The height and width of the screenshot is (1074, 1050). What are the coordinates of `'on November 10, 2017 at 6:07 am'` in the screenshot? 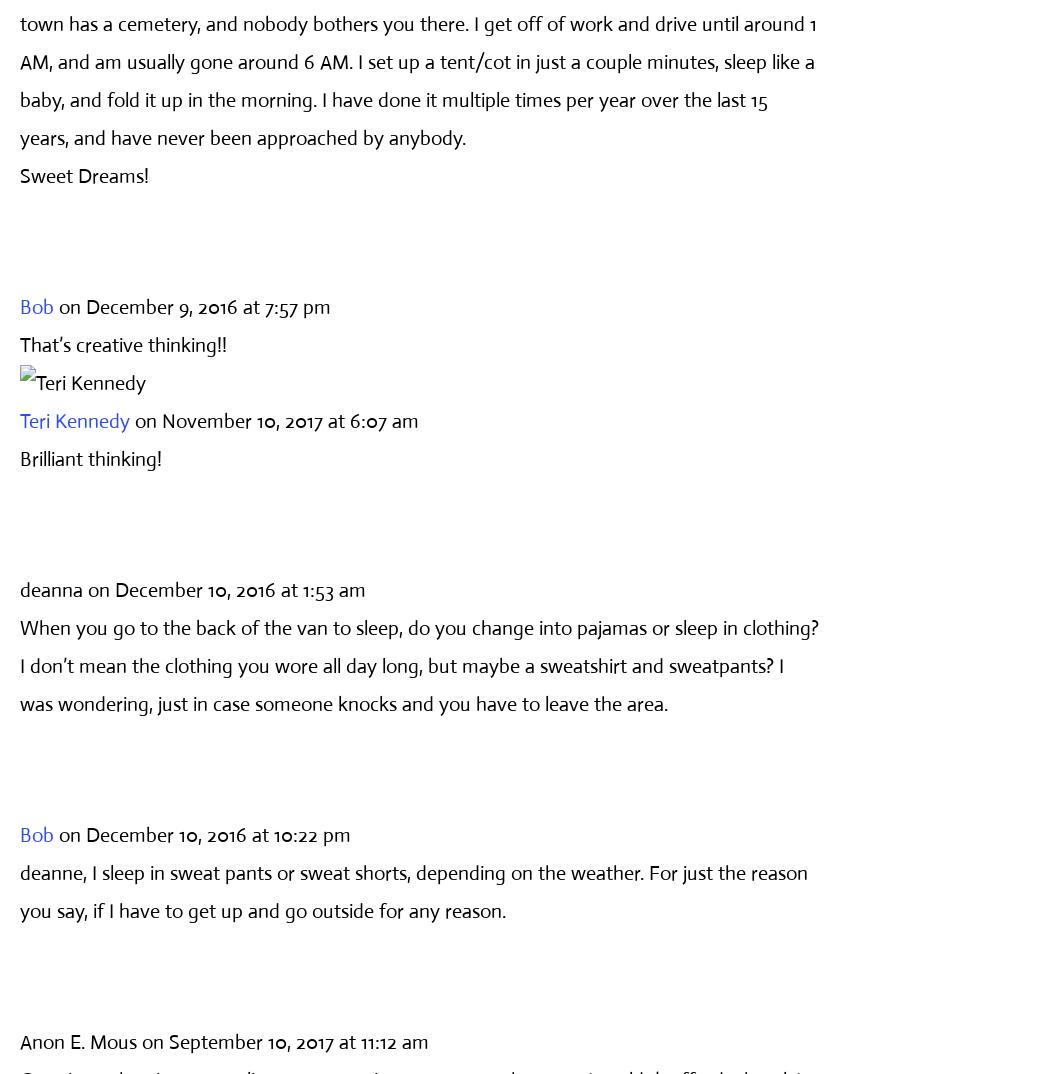 It's located at (275, 420).